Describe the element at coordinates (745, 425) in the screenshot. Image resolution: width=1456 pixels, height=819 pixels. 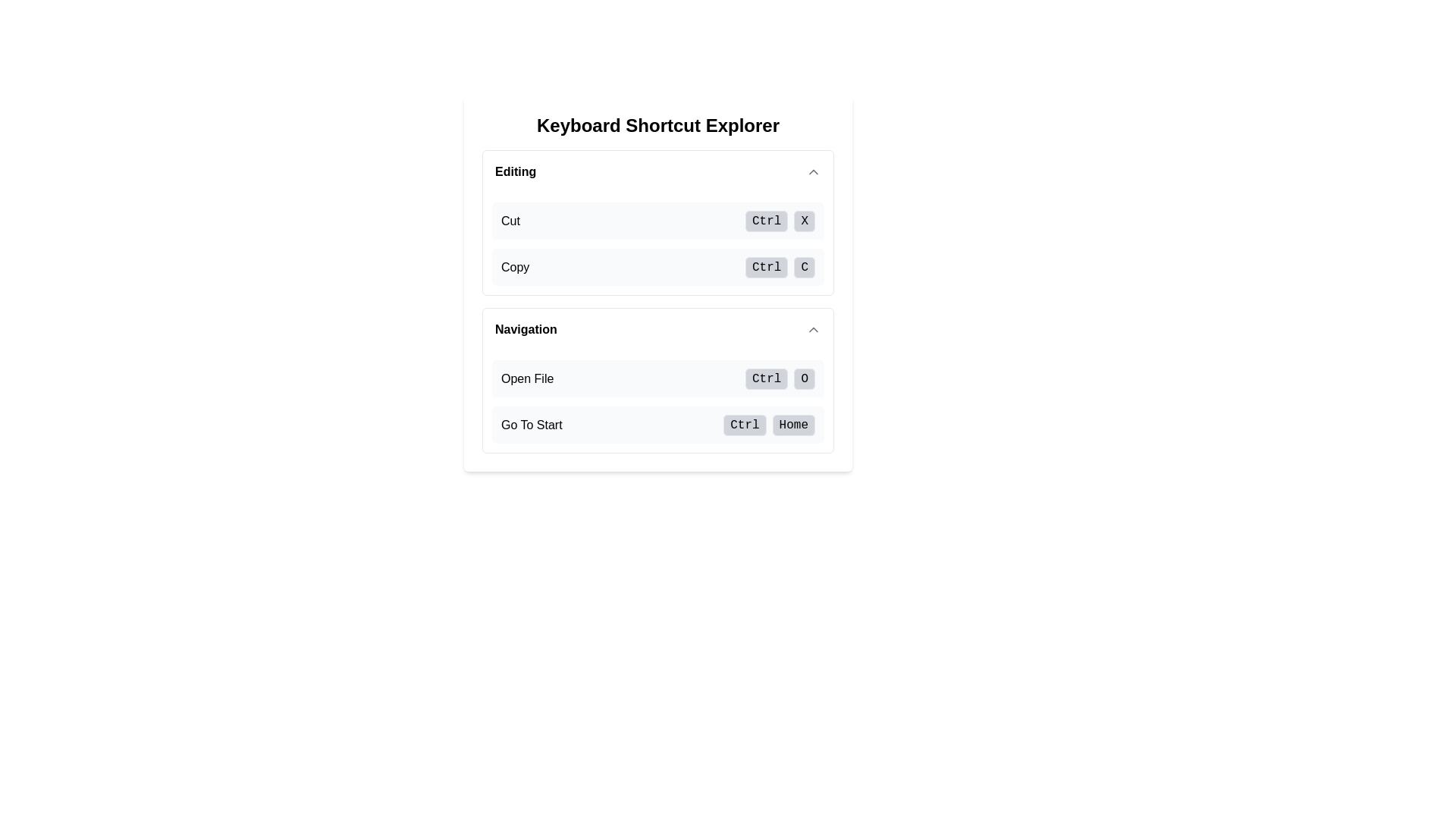
I see `the non-interactive text label displaying the keyboard shortcut modifier 'Ctrl', located to the left of the 'Home' button in the 'Navigation' section under the 'Go To Start' action` at that location.